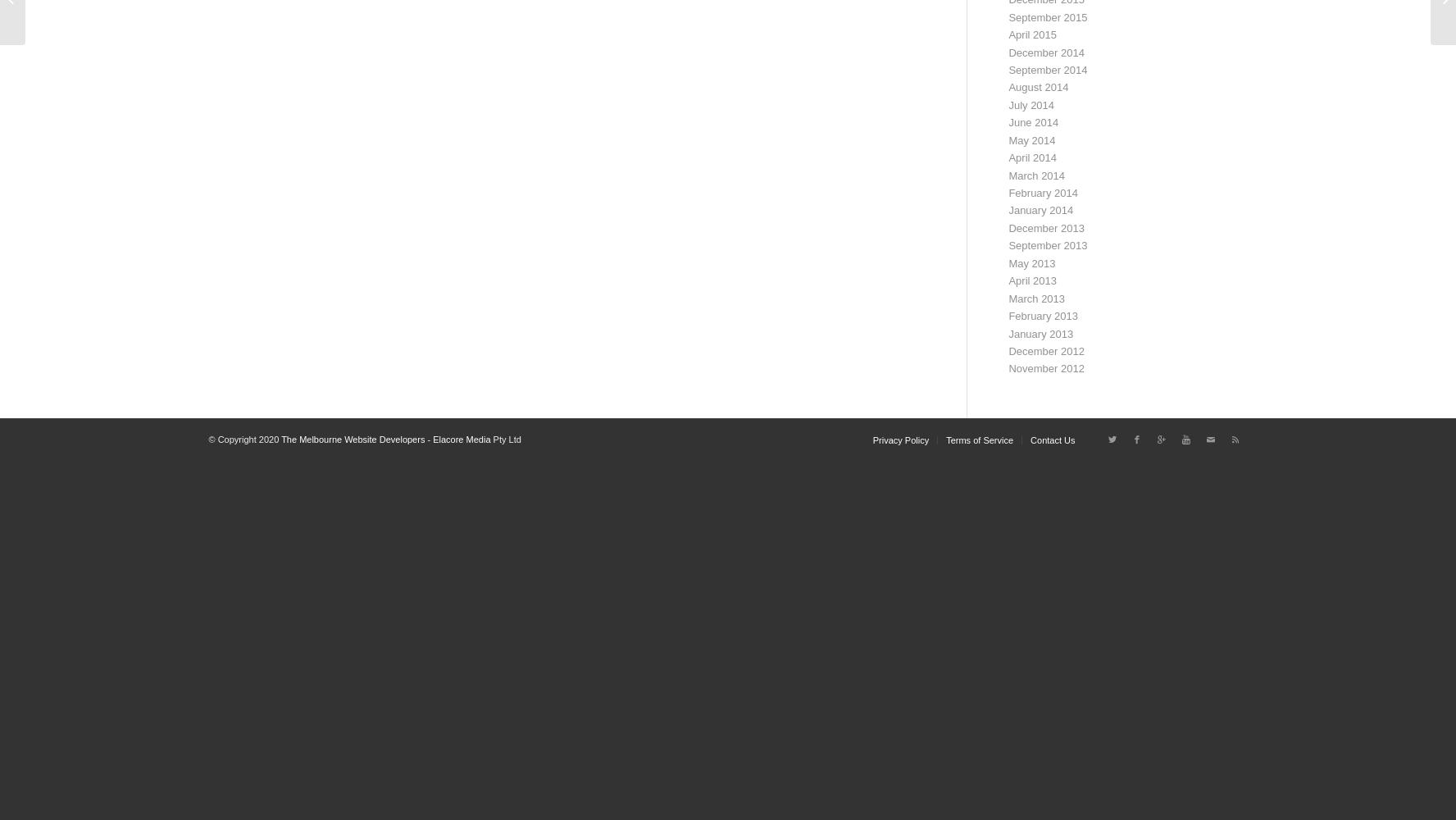 The width and height of the screenshot is (1456, 820). What do you see at coordinates (1042, 316) in the screenshot?
I see `'February 2013'` at bounding box center [1042, 316].